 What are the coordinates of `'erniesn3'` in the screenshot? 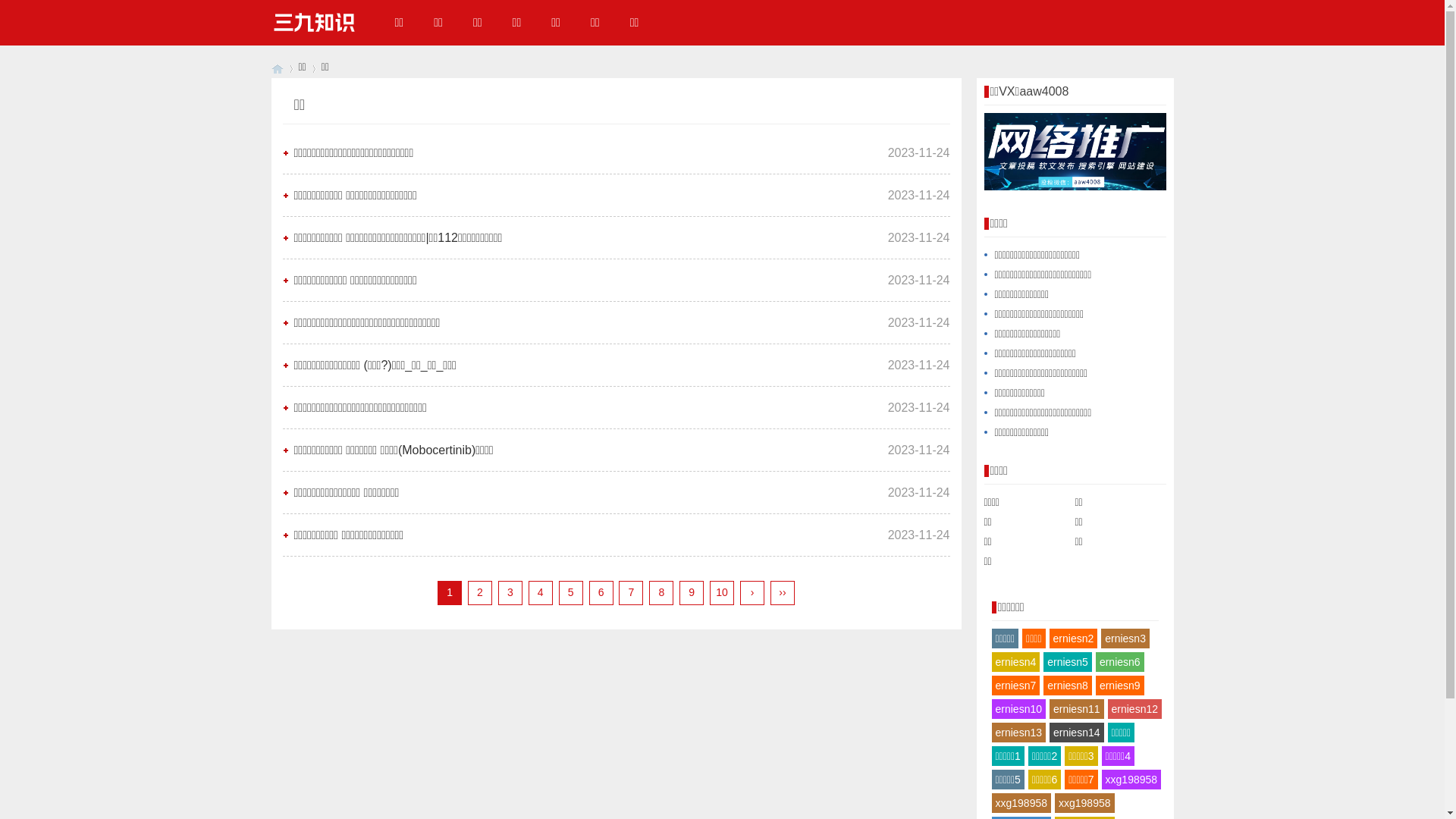 It's located at (1125, 638).